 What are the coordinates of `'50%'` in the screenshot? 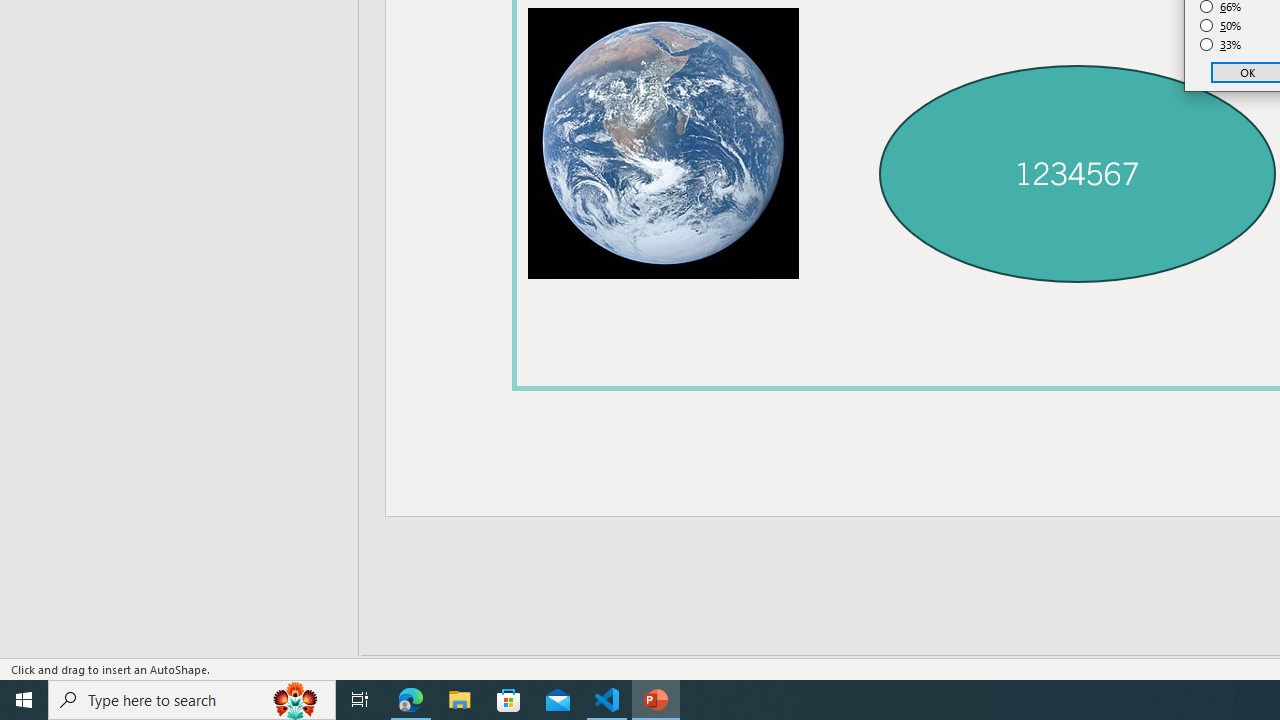 It's located at (1220, 25).